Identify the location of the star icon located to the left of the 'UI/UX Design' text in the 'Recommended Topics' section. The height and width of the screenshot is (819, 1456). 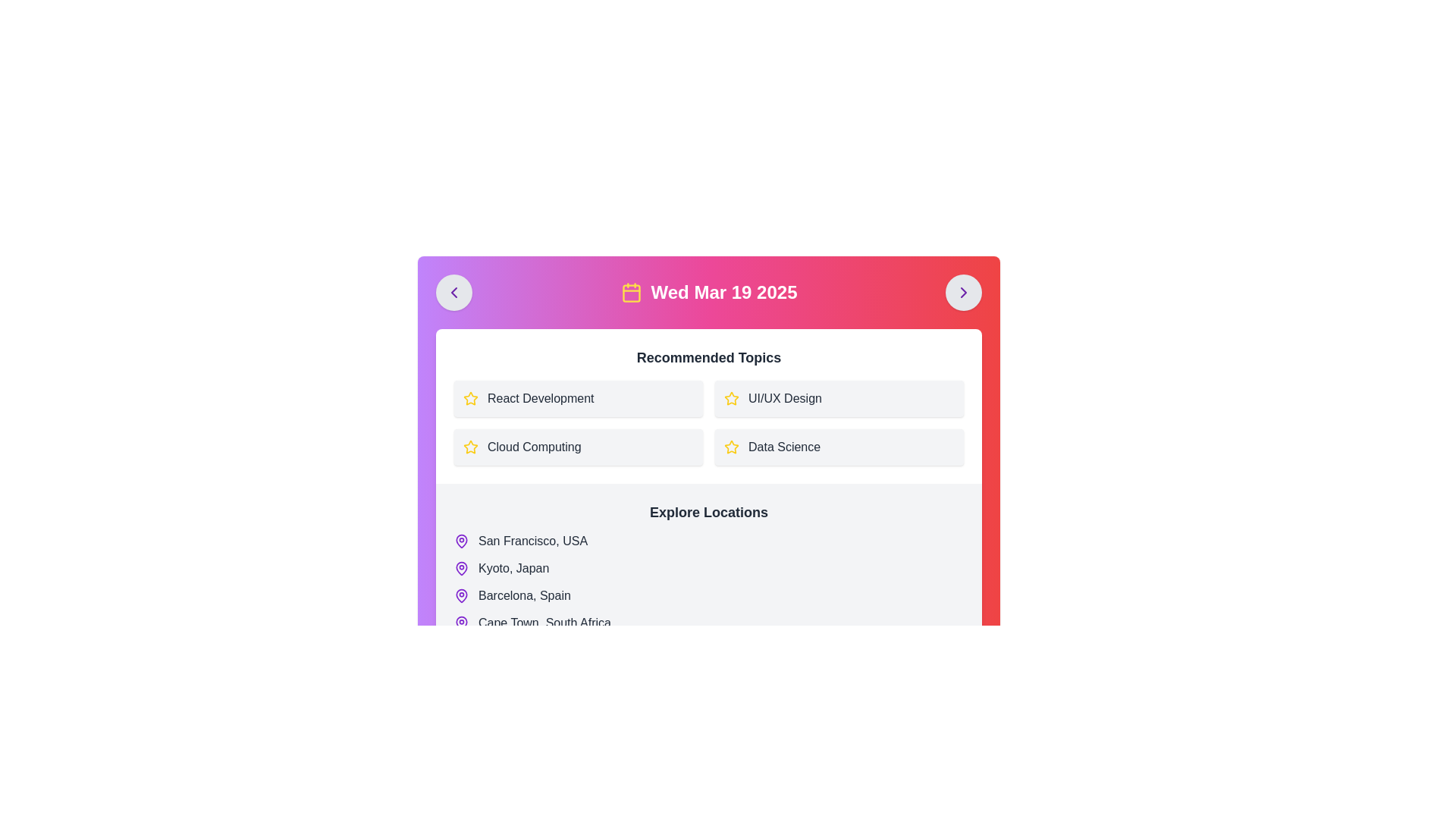
(731, 397).